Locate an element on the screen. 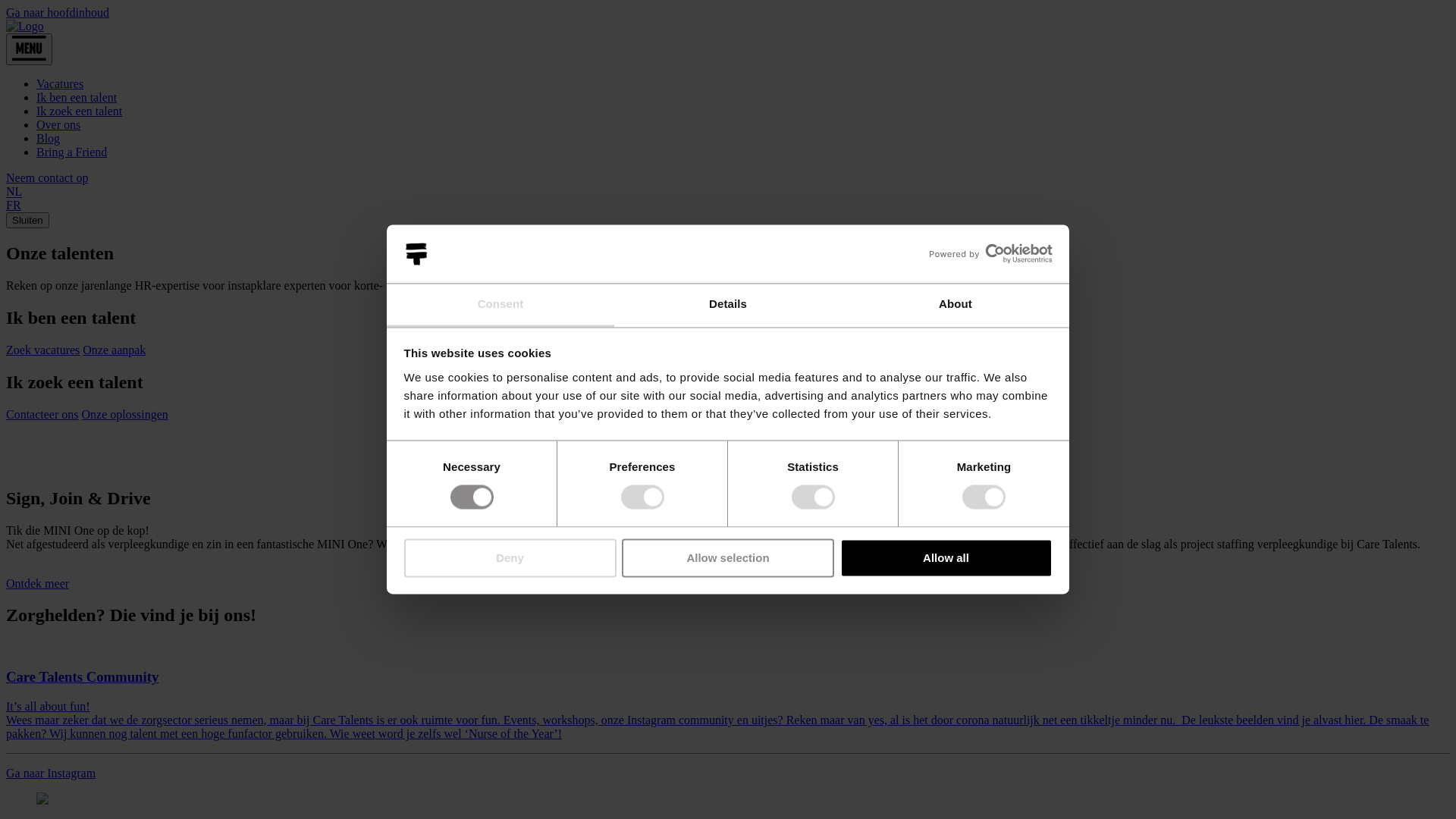  'Over ons' is located at coordinates (58, 124).